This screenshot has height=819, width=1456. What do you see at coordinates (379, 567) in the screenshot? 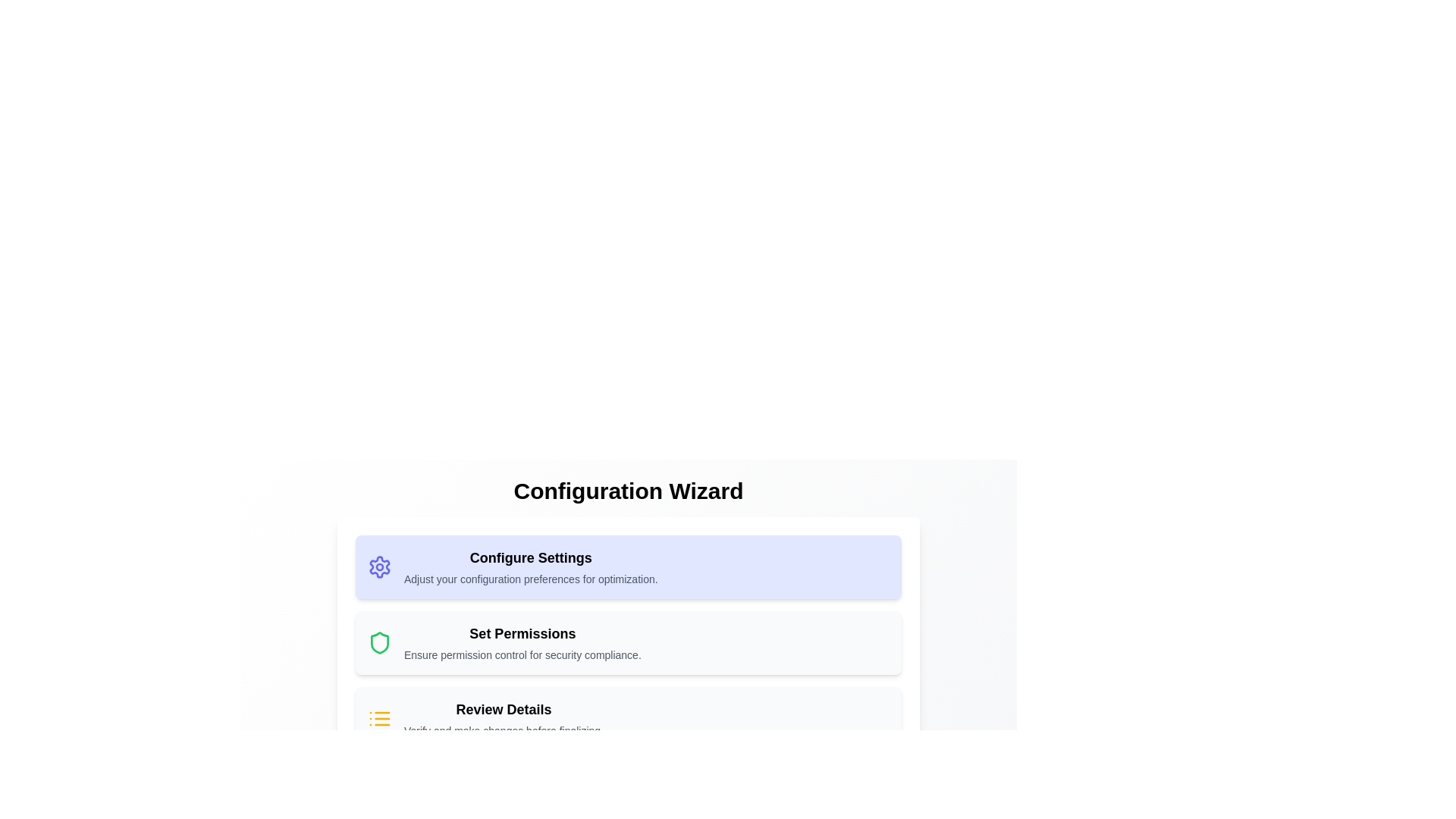
I see `the circular gear icon with a center dot in indigo color, located inside the 'Configure Settings' card in the 'Configuration Wizard' interface` at bounding box center [379, 567].